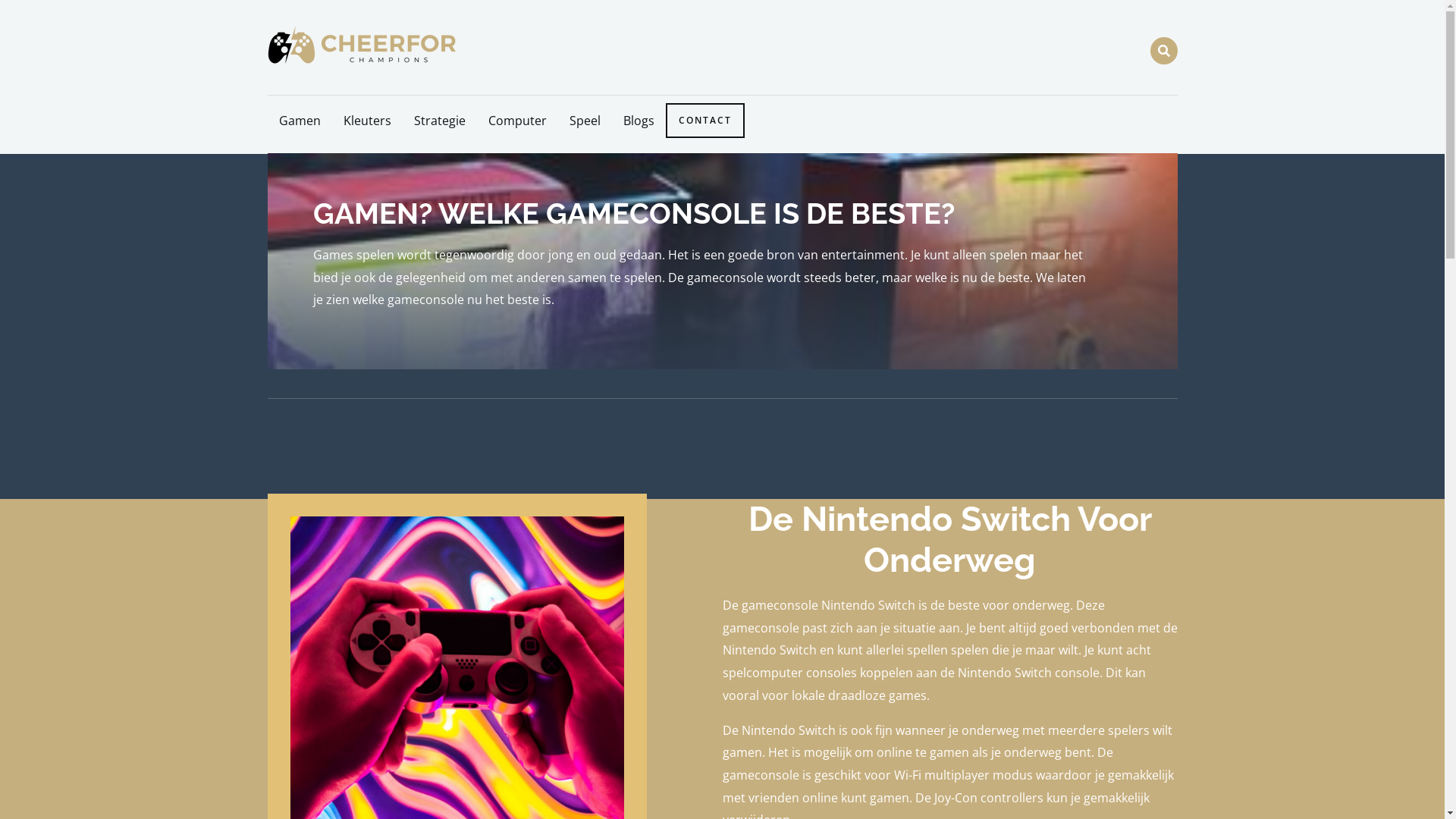 The width and height of the screenshot is (1456, 819). I want to click on 'Strategie', so click(438, 119).